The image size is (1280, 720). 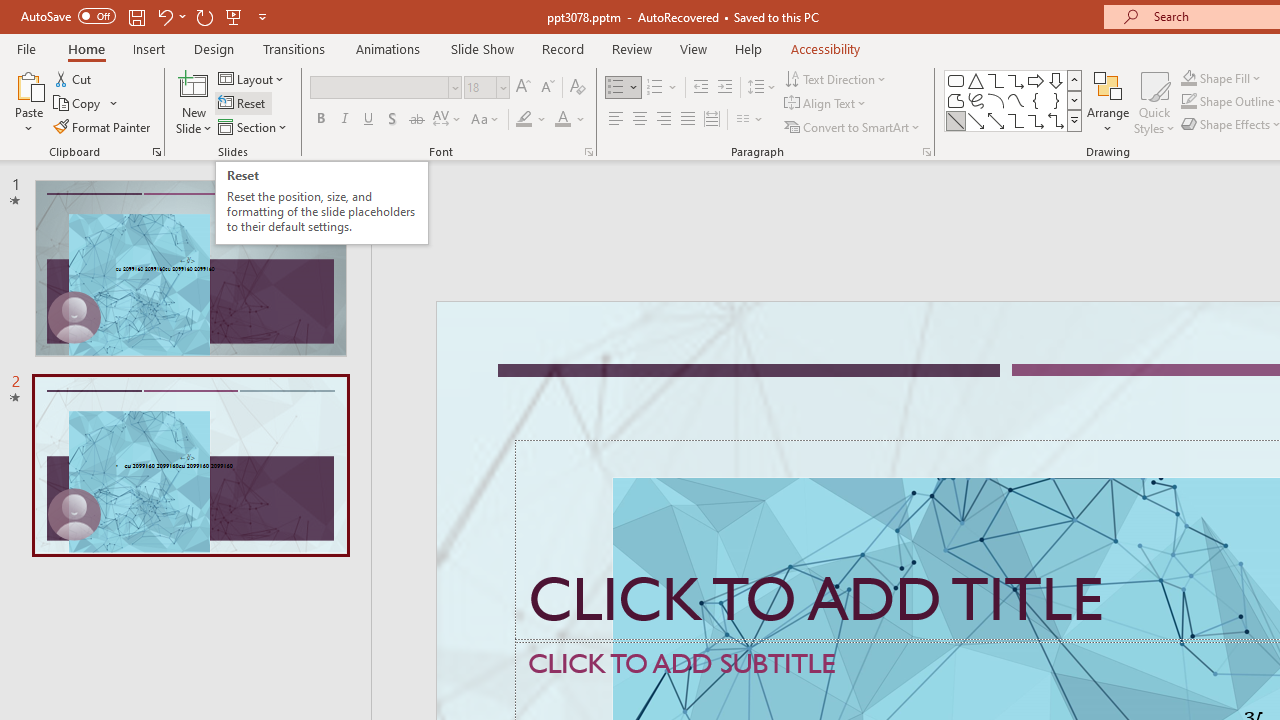 What do you see at coordinates (415, 119) in the screenshot?
I see `'Strikethrough'` at bounding box center [415, 119].